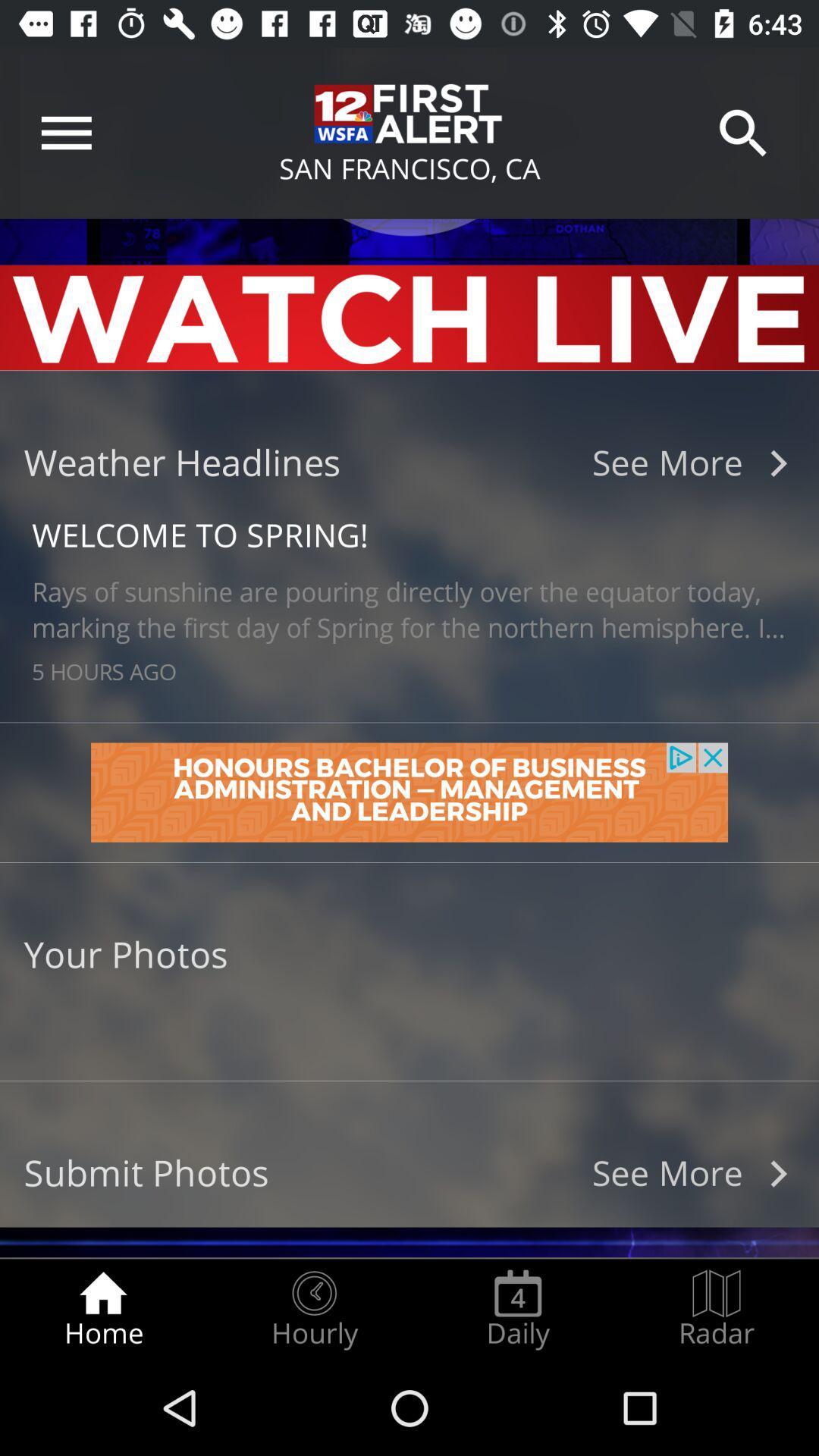 The image size is (819, 1456). I want to click on the item next to the home item, so click(313, 1309).